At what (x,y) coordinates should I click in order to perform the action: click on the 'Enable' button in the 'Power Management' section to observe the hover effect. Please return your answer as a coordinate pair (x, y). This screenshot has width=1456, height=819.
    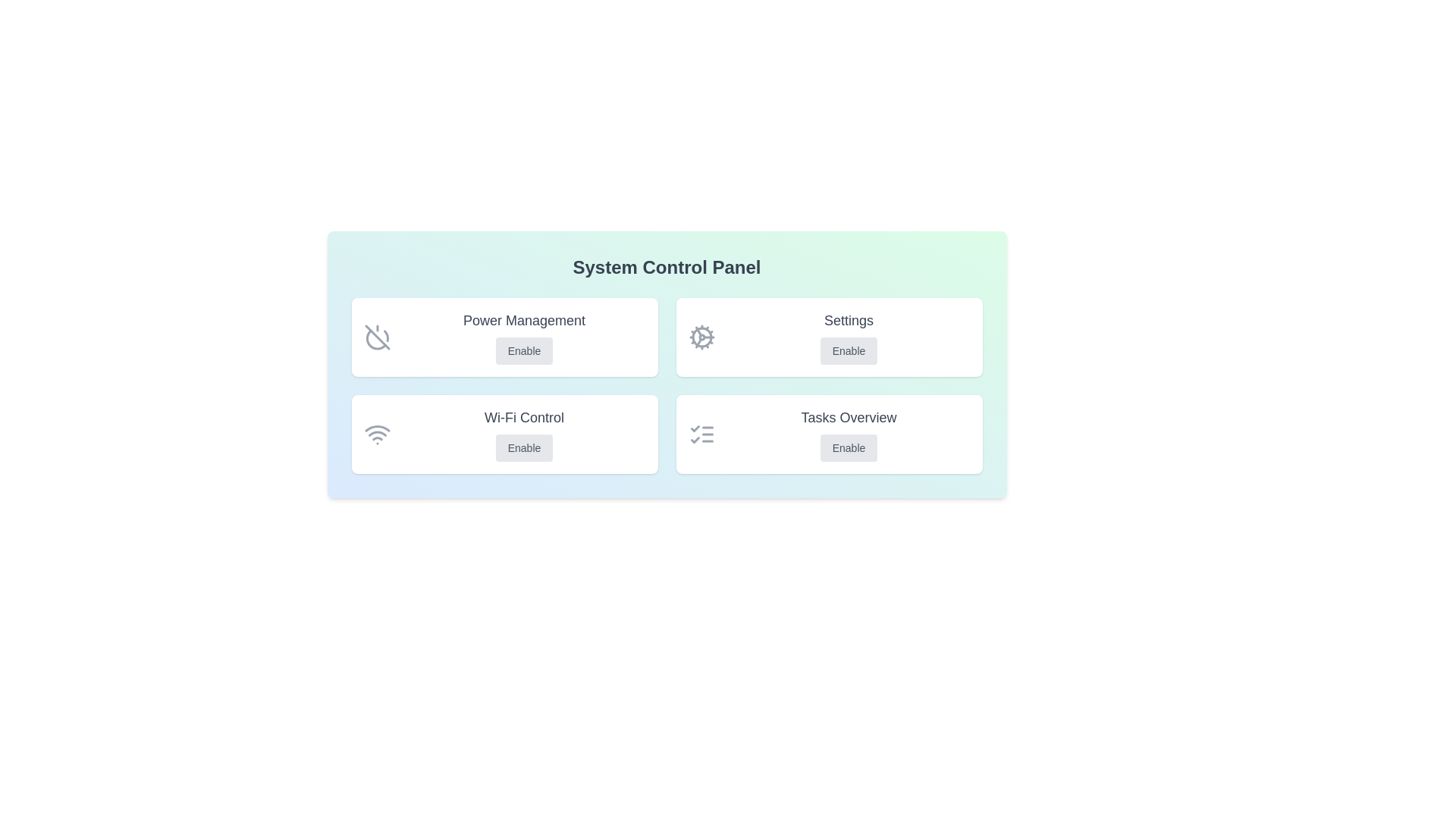
    Looking at the image, I should click on (524, 350).